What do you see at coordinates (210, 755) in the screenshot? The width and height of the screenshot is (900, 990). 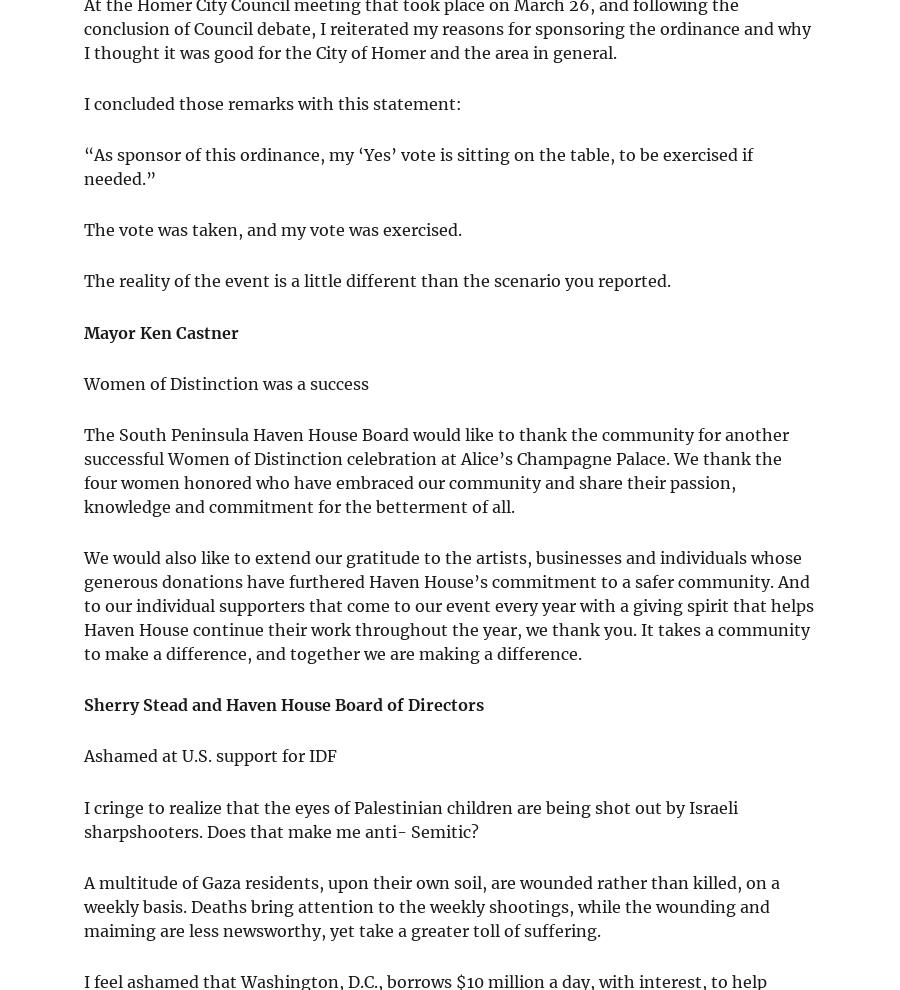 I see `'Ashamed at U.S. support for IDF'` at bounding box center [210, 755].